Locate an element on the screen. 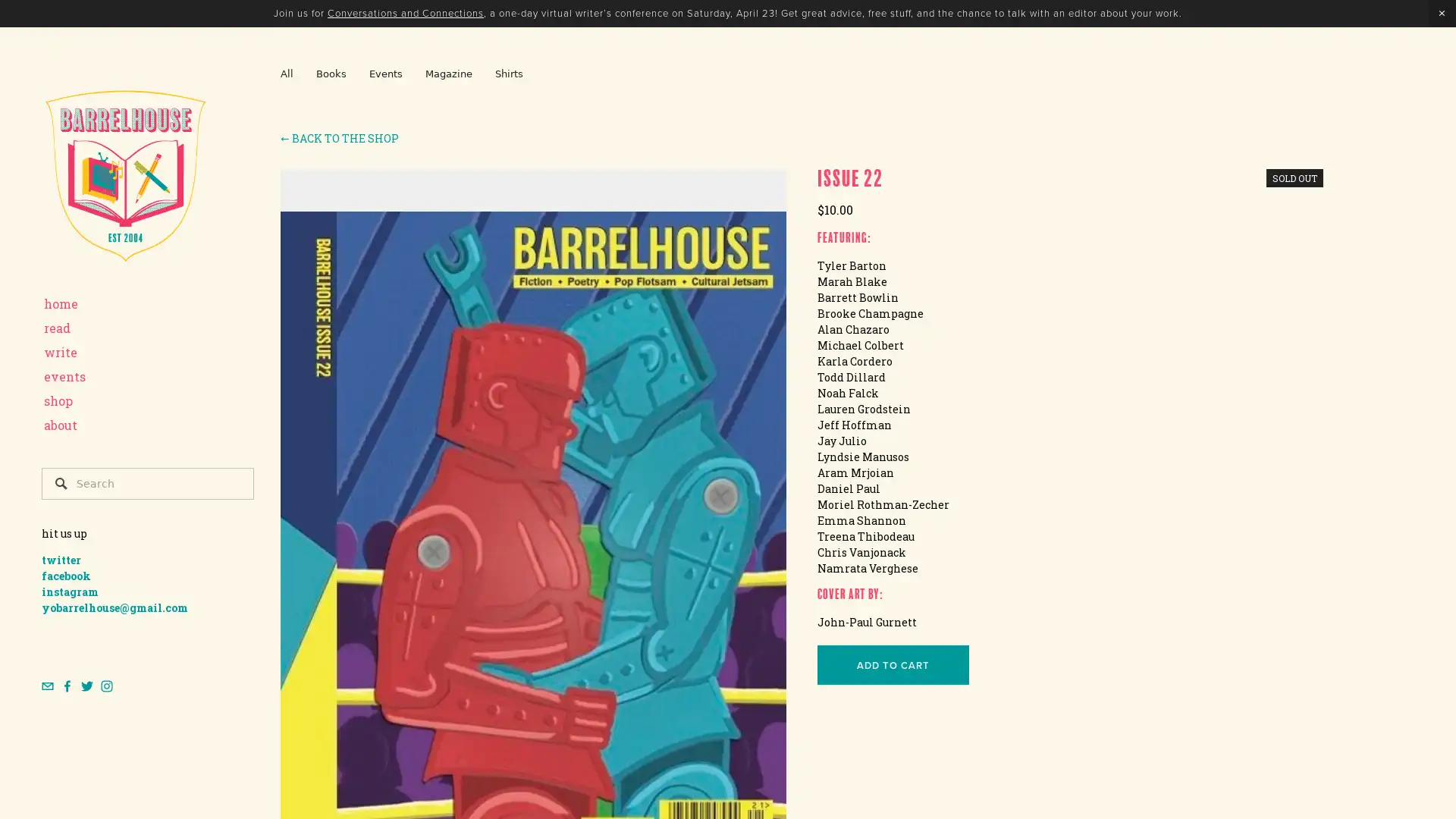  ADD TO CART is located at coordinates (893, 664).